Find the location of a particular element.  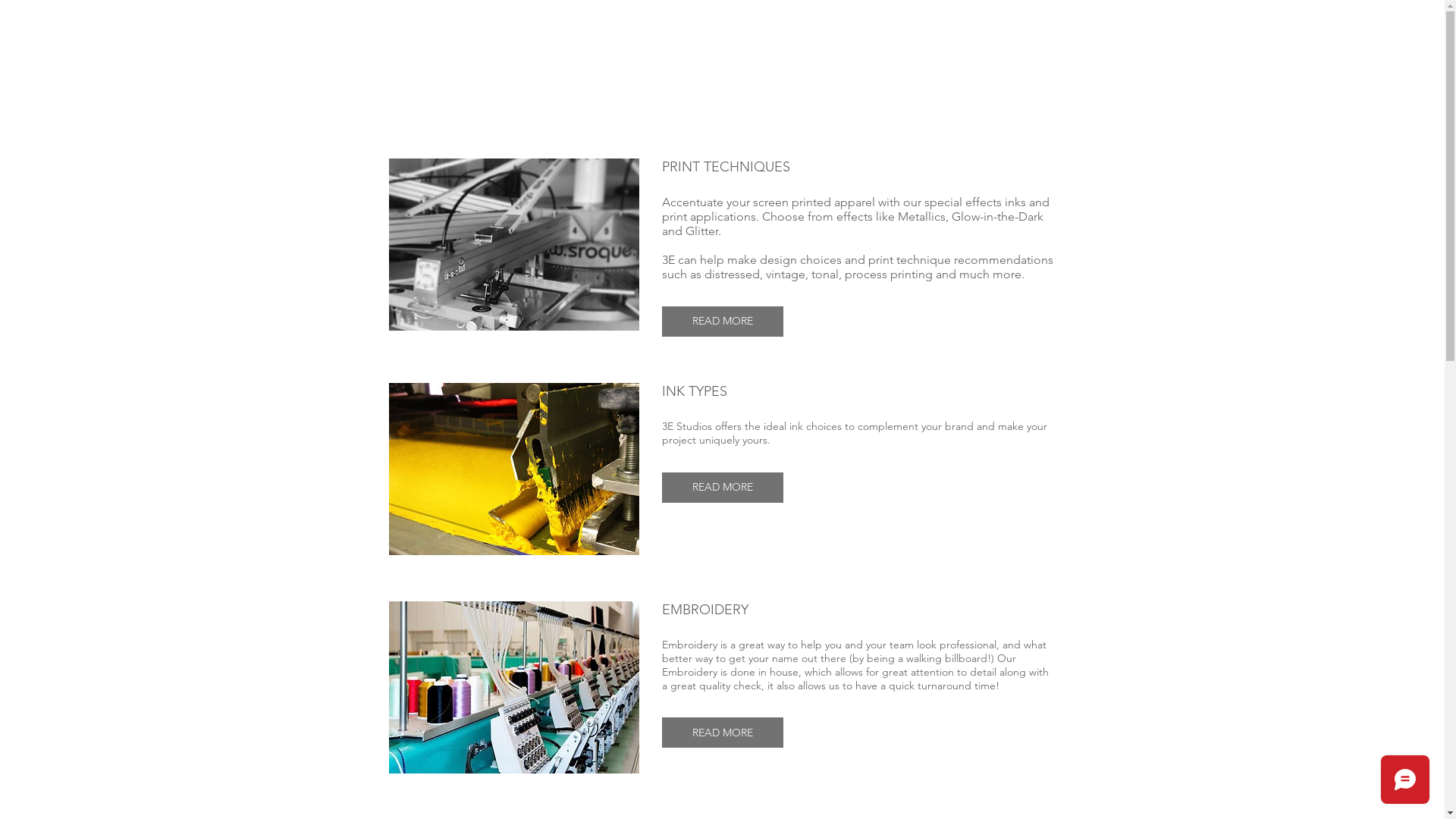

'EMBROIDERY.jpg' is located at coordinates (513, 687).